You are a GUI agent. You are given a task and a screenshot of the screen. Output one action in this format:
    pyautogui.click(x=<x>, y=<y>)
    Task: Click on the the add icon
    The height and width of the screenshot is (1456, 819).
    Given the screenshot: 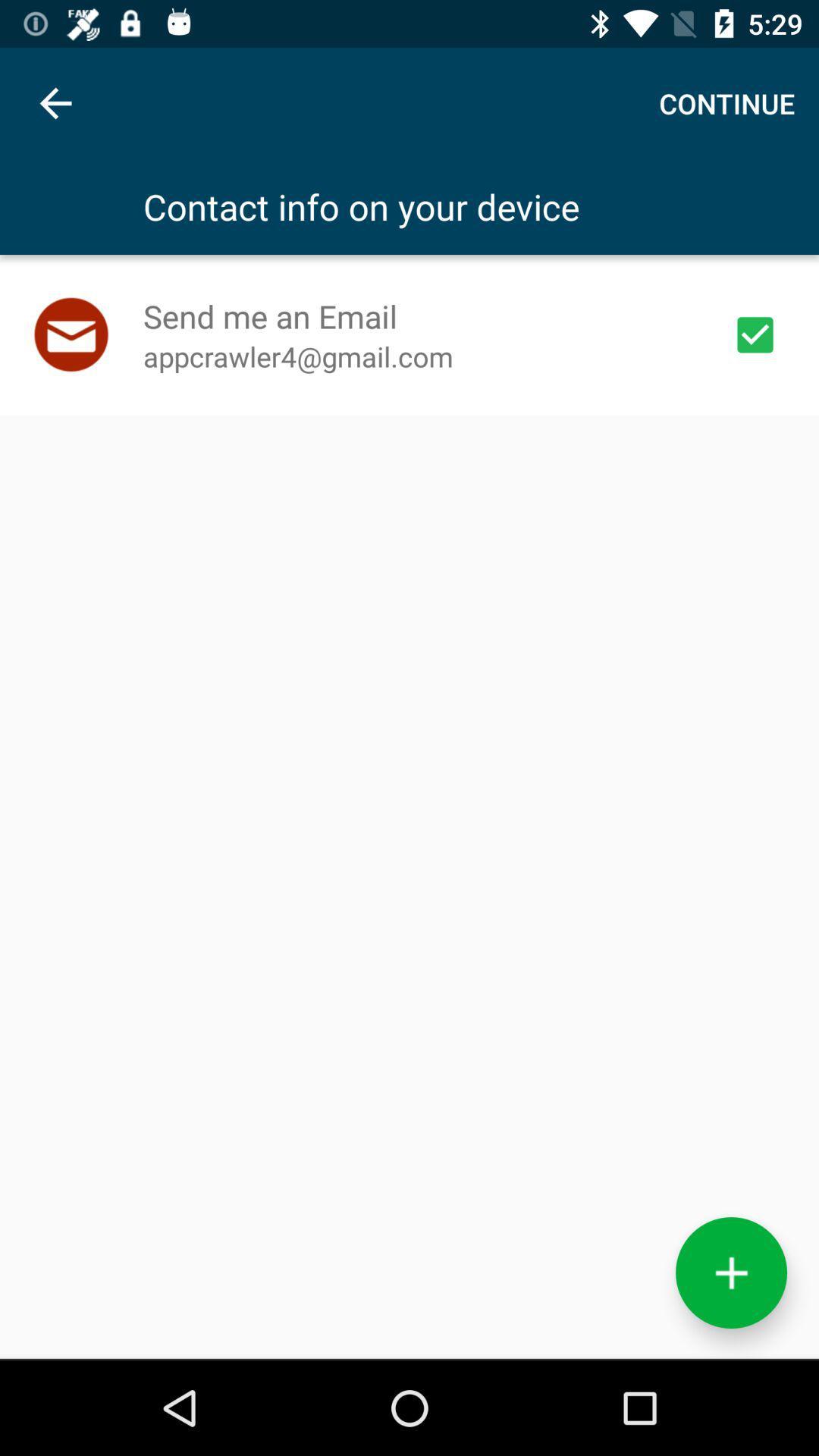 What is the action you would take?
    pyautogui.click(x=730, y=1272)
    